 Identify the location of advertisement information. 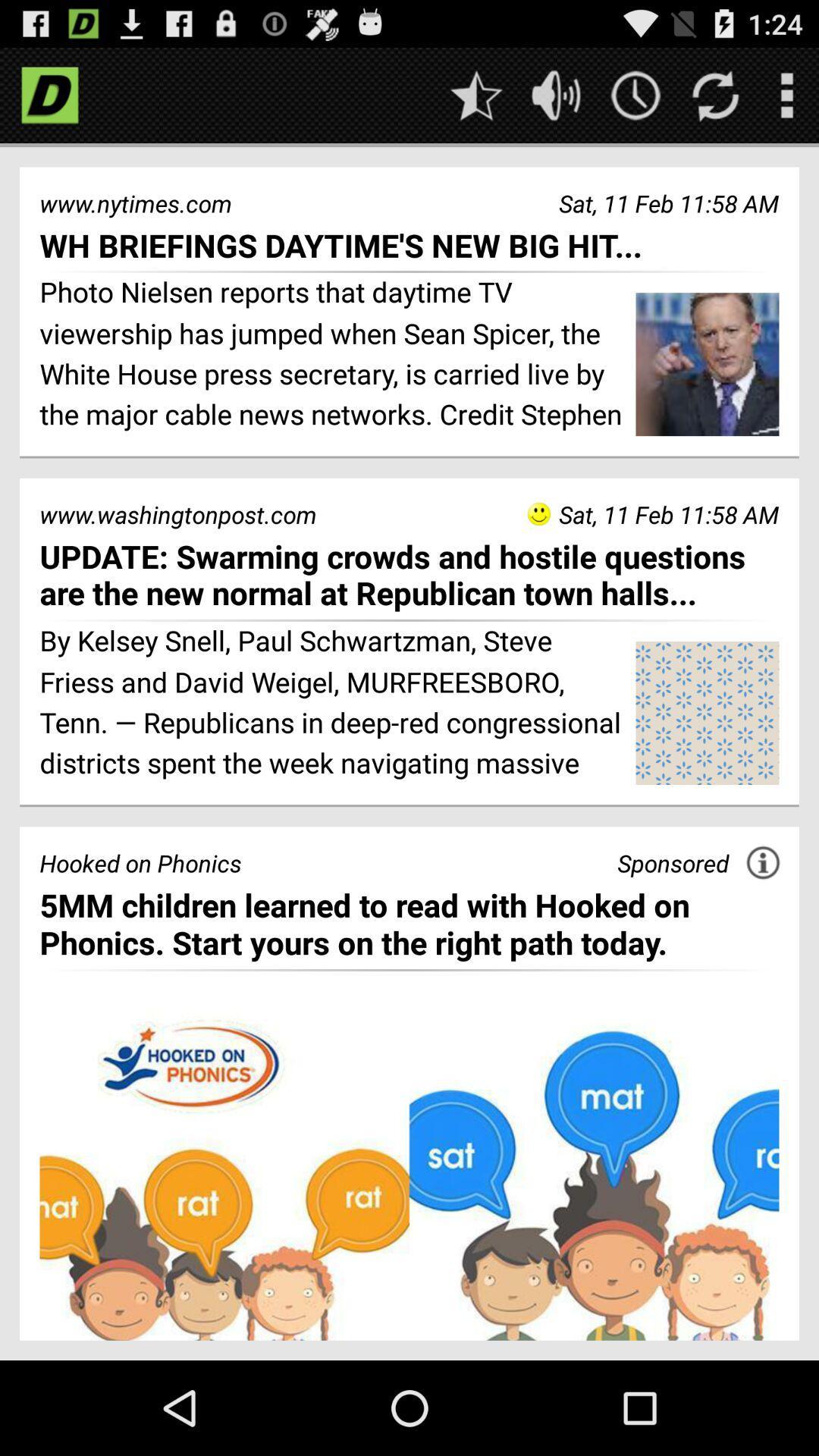
(763, 862).